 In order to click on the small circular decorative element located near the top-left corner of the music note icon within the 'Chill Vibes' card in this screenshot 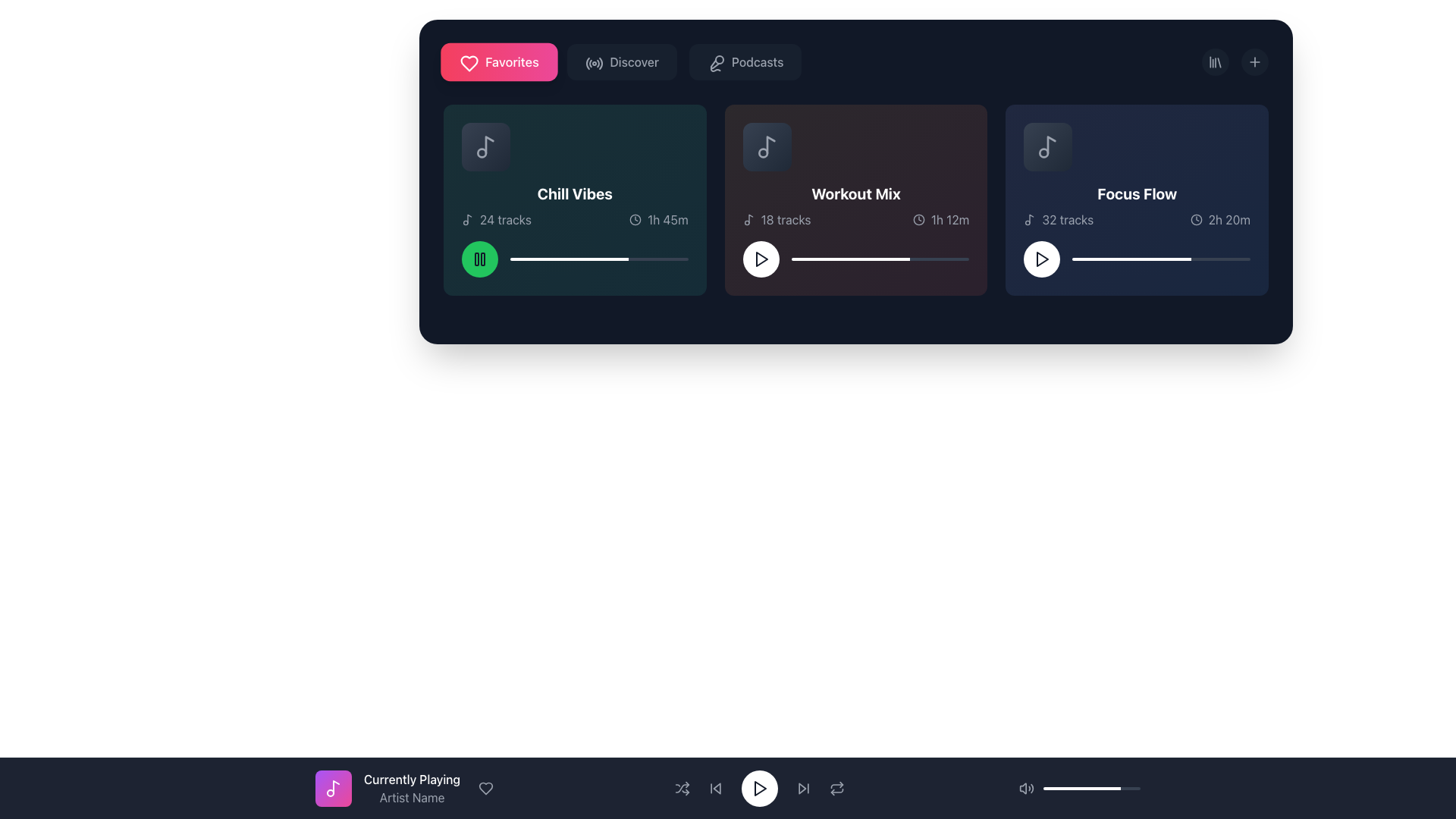, I will do `click(481, 152)`.